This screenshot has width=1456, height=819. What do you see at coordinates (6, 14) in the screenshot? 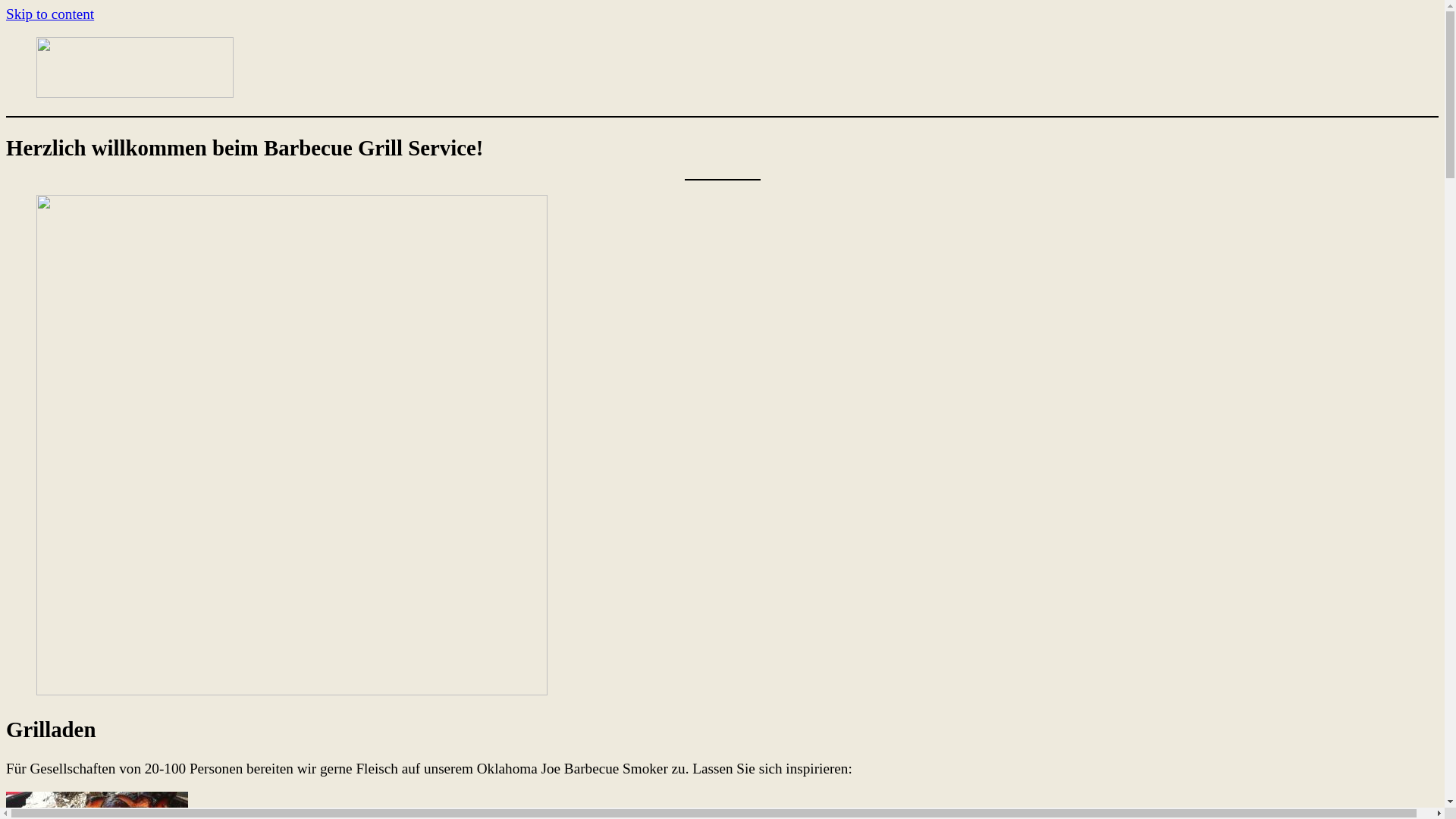
I see `'Skip to content'` at bounding box center [6, 14].